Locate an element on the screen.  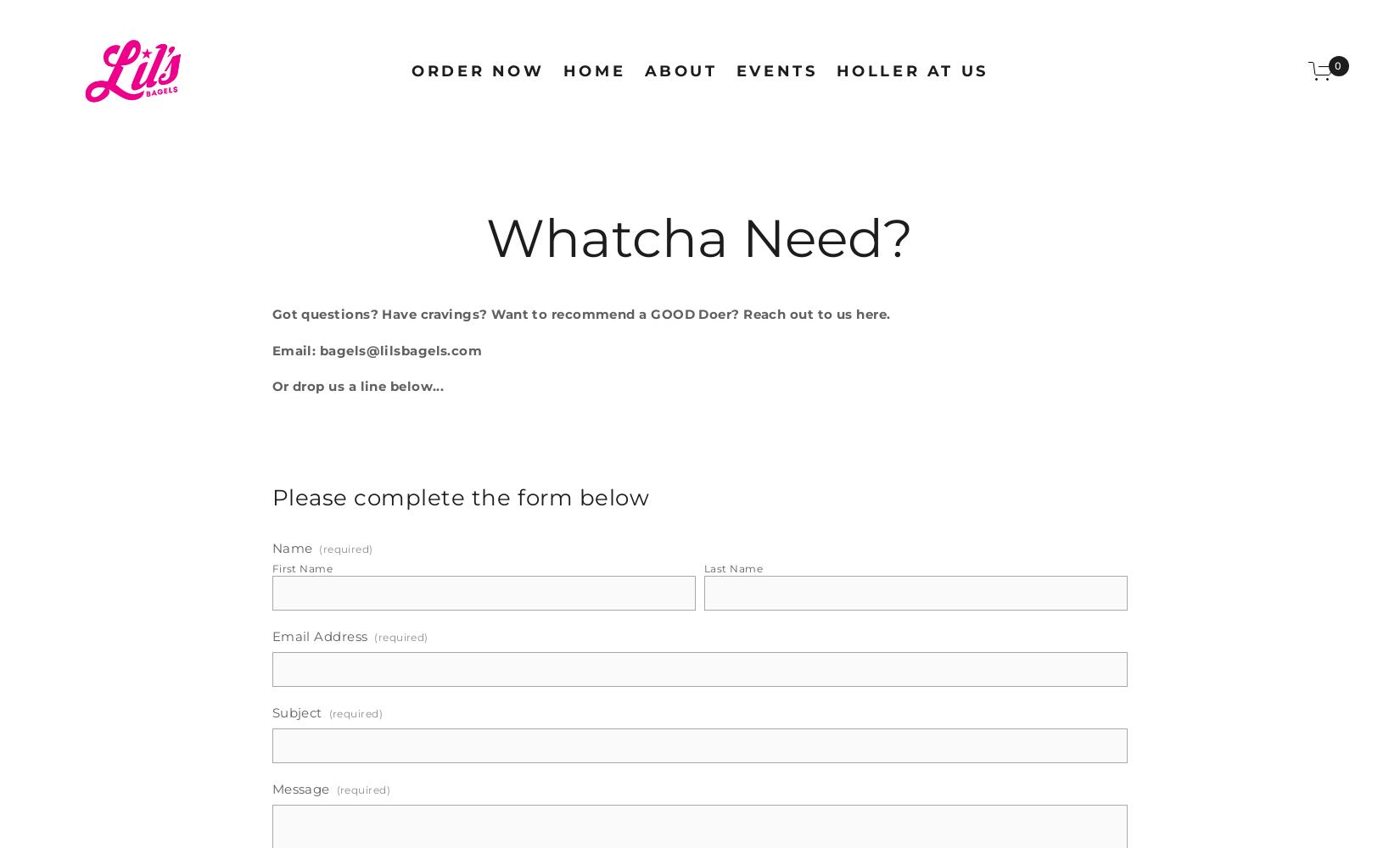
'Name' is located at coordinates (292, 548).